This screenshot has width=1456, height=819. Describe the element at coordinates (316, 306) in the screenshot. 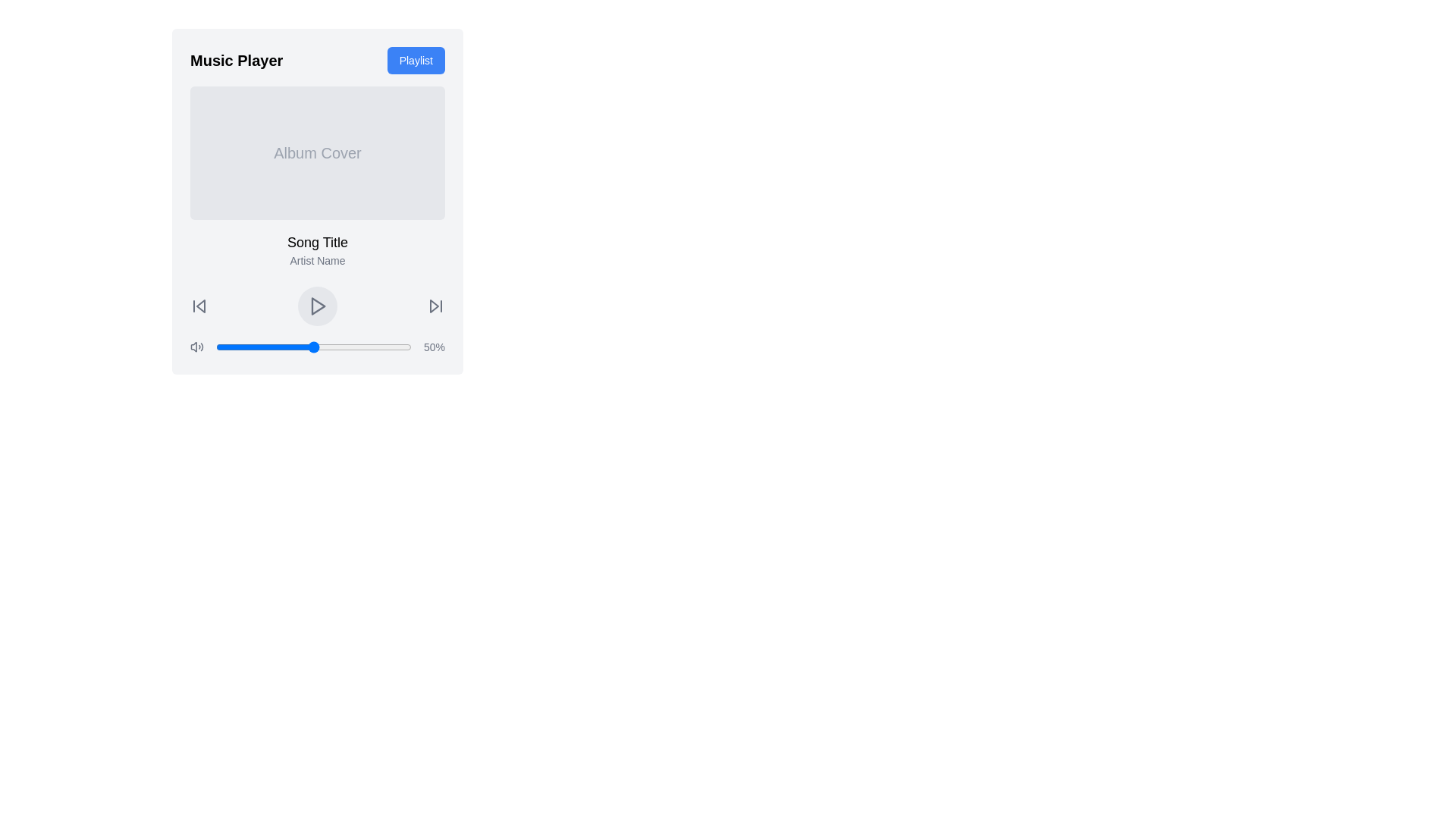

I see `the center play button on the player control bar` at that location.